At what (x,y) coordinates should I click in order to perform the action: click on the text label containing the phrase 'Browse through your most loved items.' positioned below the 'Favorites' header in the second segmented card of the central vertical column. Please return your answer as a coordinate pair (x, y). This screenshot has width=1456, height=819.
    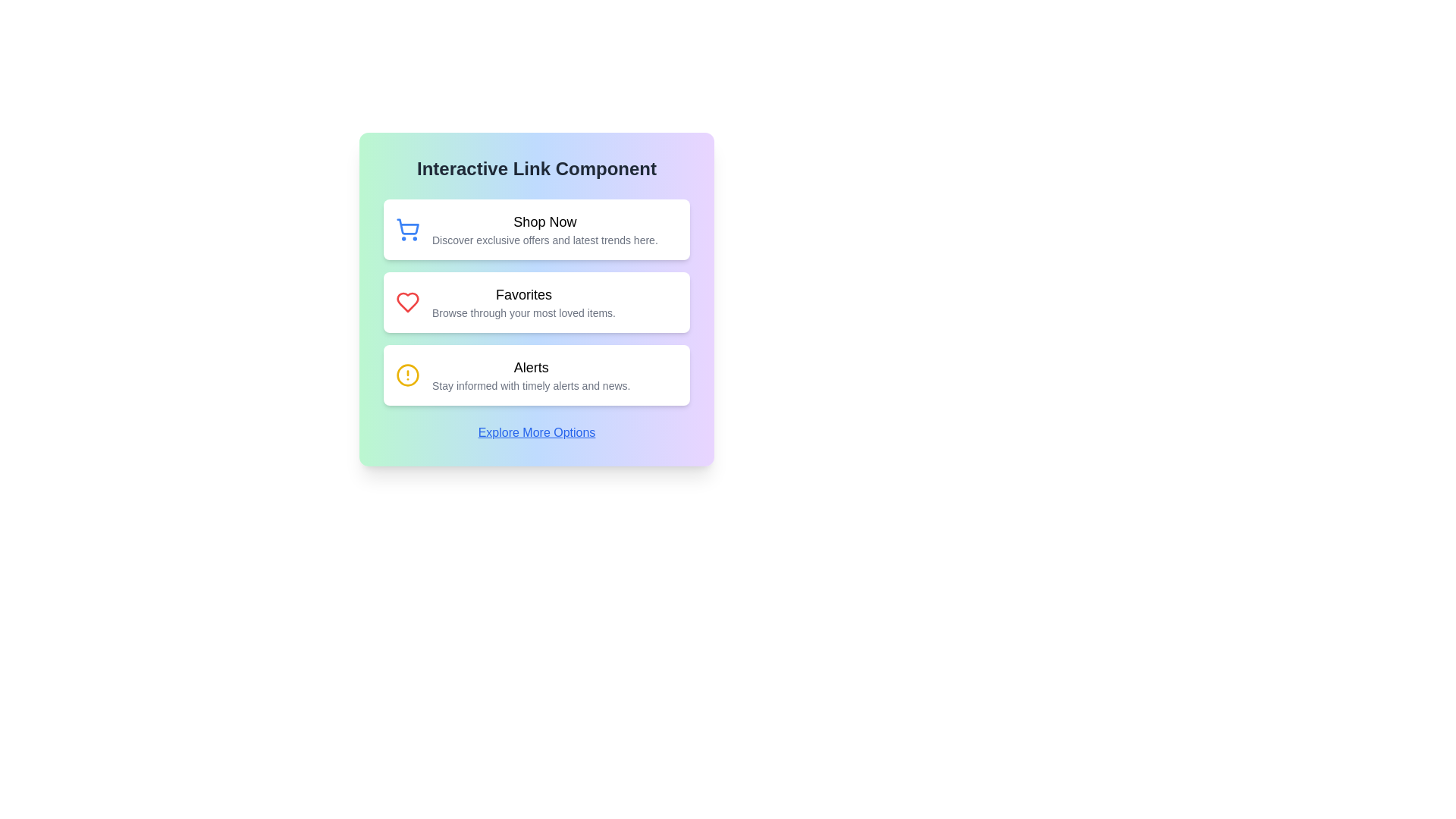
    Looking at the image, I should click on (524, 312).